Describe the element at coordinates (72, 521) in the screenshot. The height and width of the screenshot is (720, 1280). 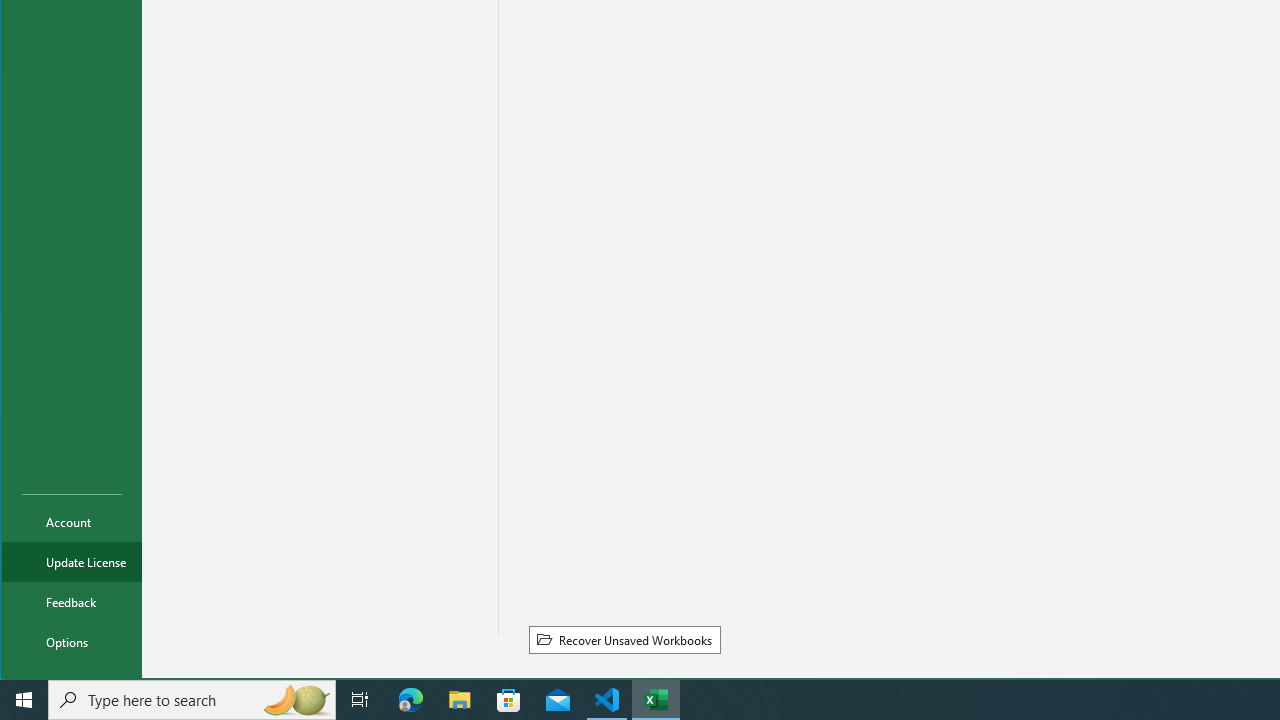
I see `'Account'` at that location.